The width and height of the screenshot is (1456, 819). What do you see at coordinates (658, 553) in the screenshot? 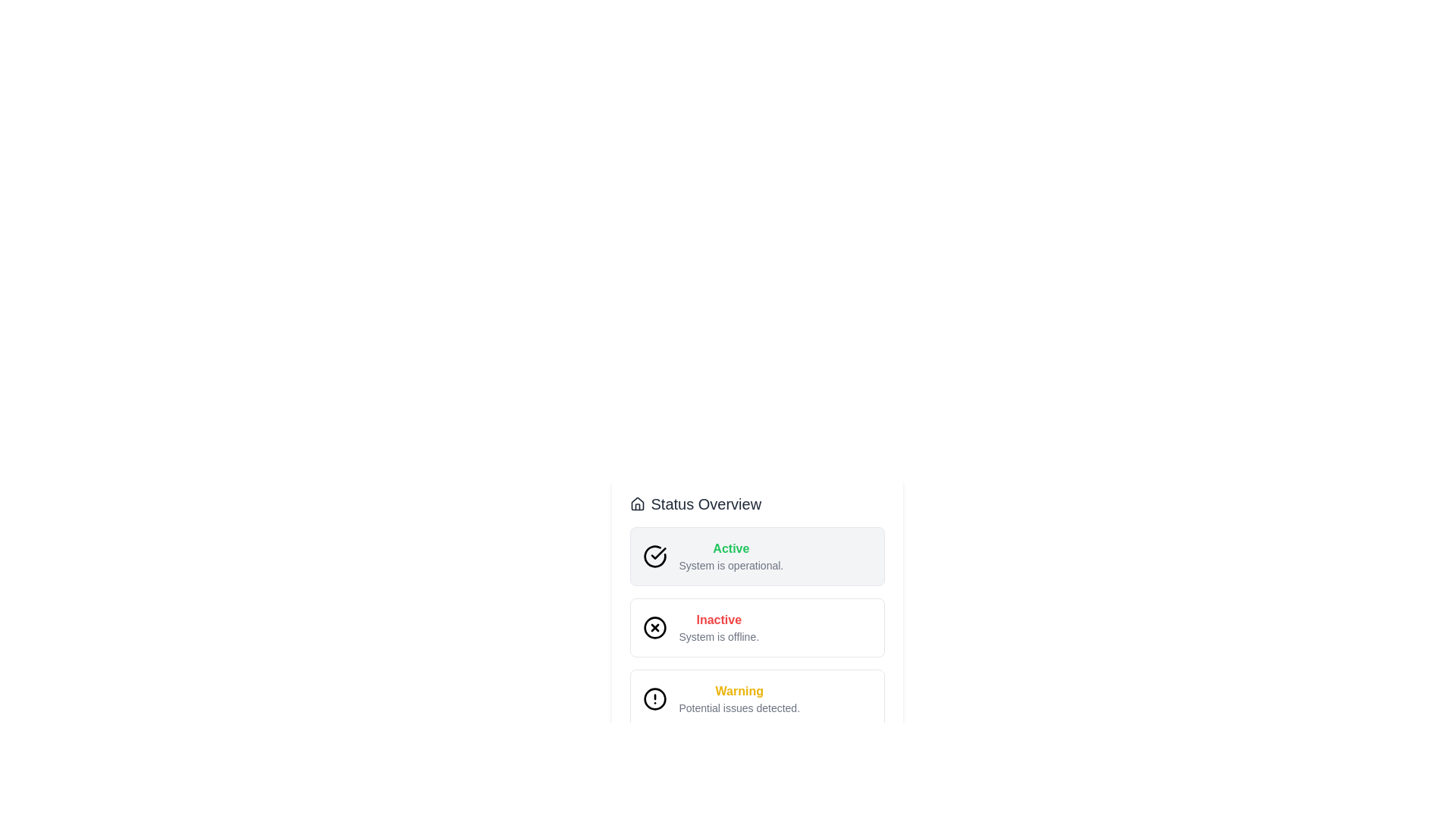
I see `the checkmark icon located next to the 'Active' label in the status card, which indicates a positive state` at bounding box center [658, 553].